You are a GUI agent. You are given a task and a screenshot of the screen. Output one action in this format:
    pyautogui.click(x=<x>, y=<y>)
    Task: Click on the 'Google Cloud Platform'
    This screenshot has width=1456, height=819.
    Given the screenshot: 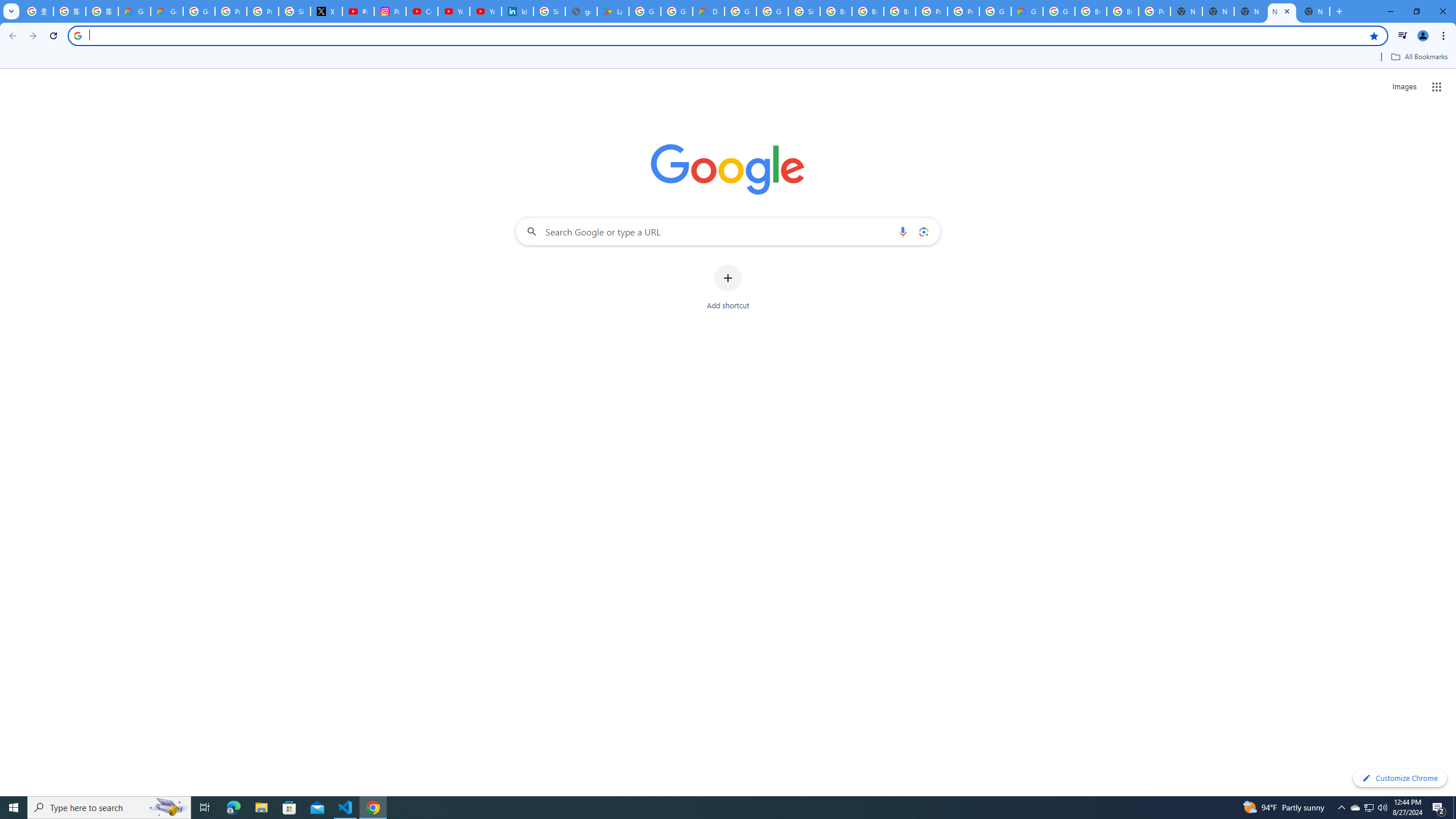 What is the action you would take?
    pyautogui.click(x=1059, y=11)
    